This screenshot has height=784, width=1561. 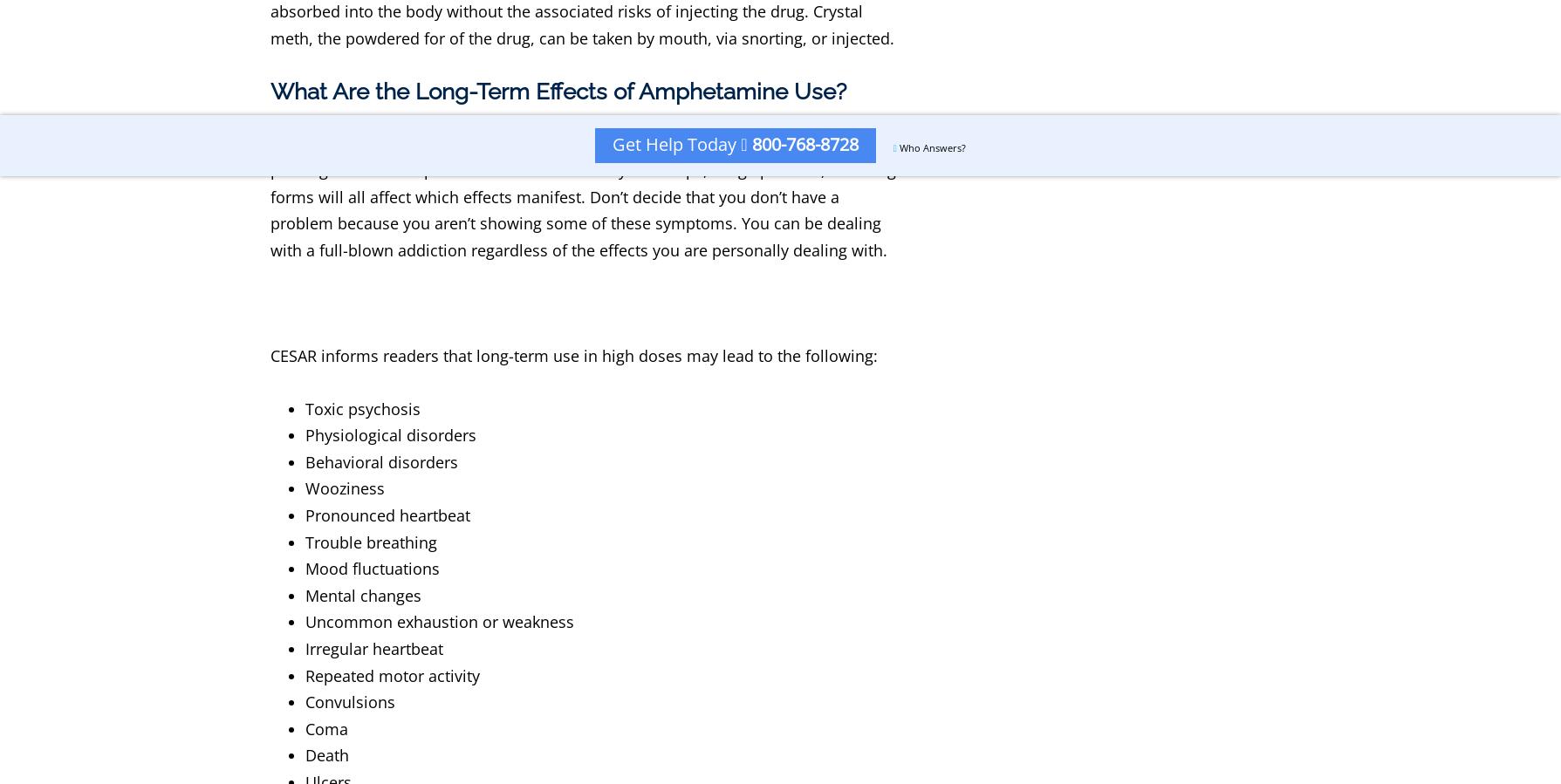 I want to click on 'Mental changes', so click(x=361, y=593).